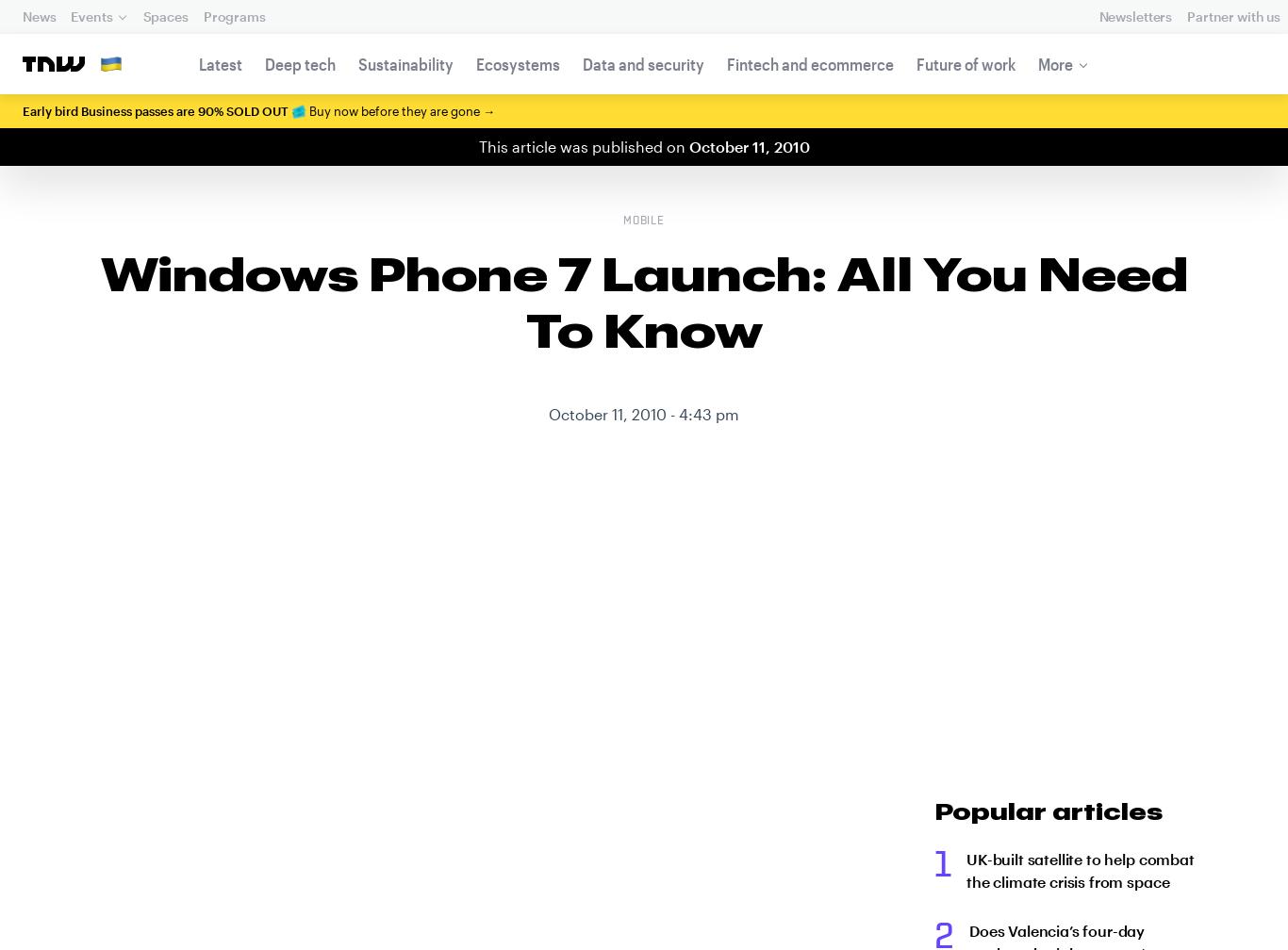 Image resolution: width=1288 pixels, height=950 pixels. What do you see at coordinates (518, 64) in the screenshot?
I see `'Ecosystems'` at bounding box center [518, 64].